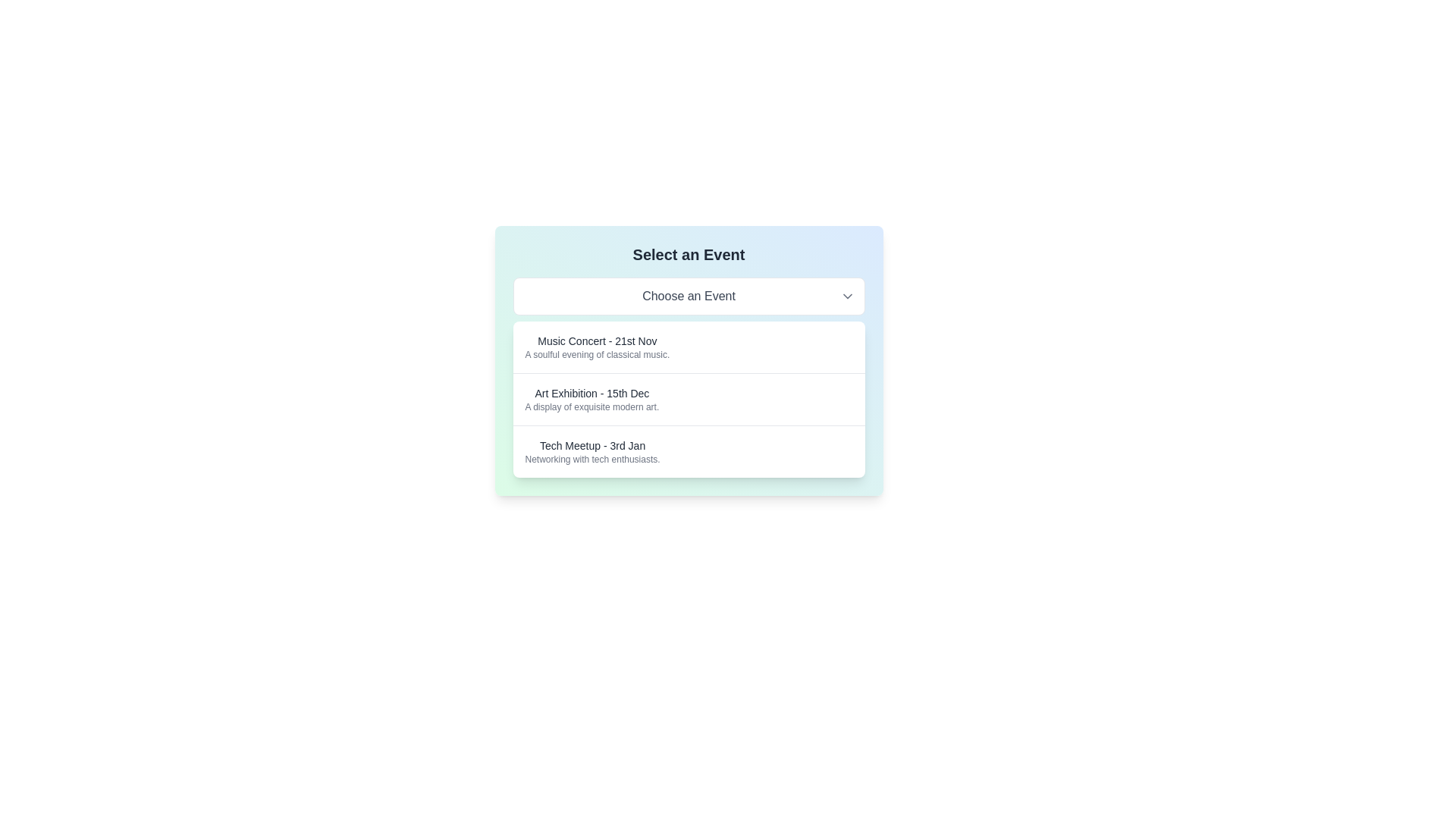  What do you see at coordinates (688, 347) in the screenshot?
I see `the interactive list item for selecting the 'Music Concert - 21st Nov' event by moving the cursor to its center point` at bounding box center [688, 347].